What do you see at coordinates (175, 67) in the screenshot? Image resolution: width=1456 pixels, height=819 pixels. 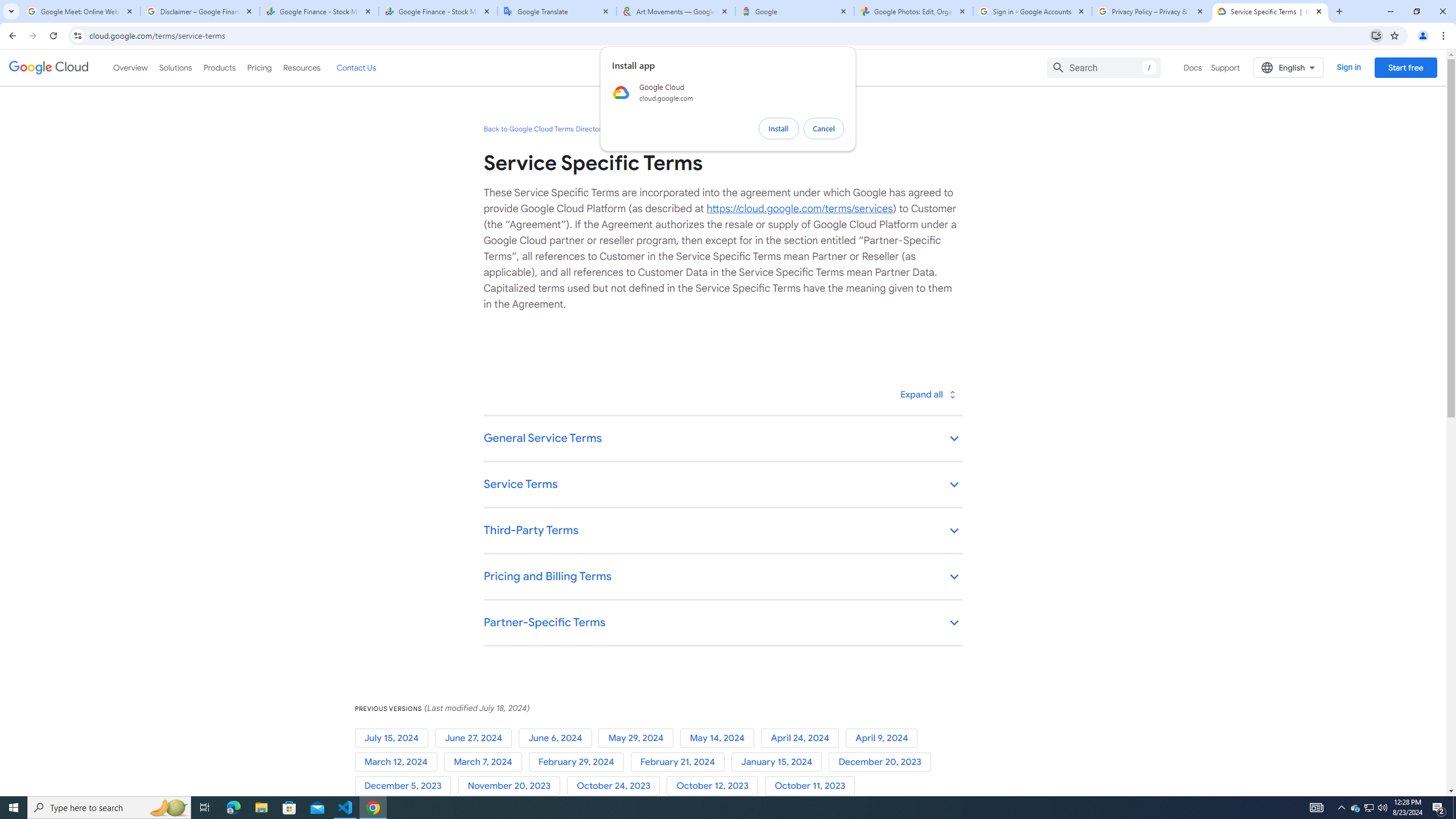 I see `'Solutions'` at bounding box center [175, 67].